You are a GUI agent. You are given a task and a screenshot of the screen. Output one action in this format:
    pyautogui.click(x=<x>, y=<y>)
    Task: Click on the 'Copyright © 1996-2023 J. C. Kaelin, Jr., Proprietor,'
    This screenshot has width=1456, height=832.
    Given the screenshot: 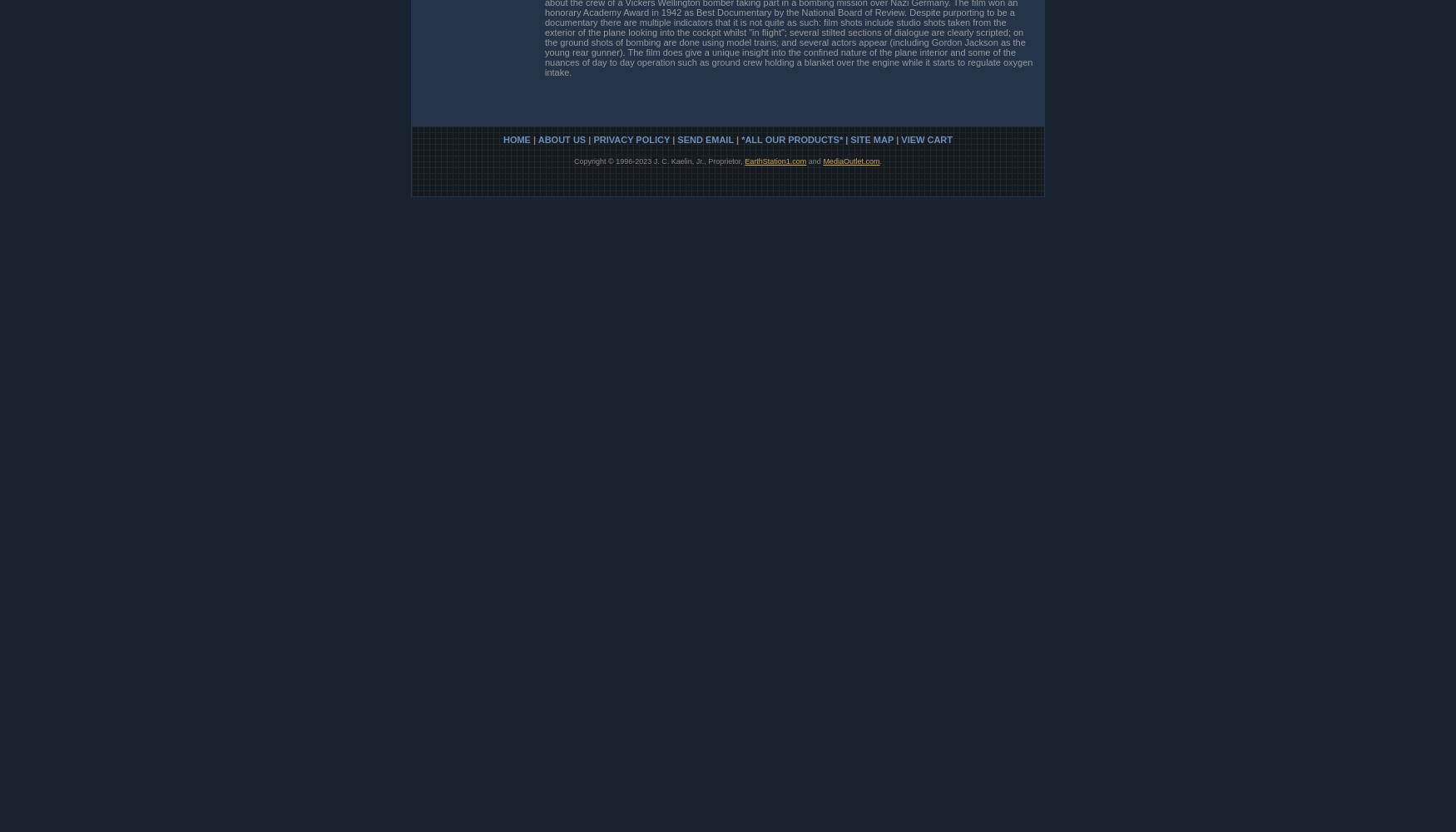 What is the action you would take?
    pyautogui.click(x=658, y=160)
    